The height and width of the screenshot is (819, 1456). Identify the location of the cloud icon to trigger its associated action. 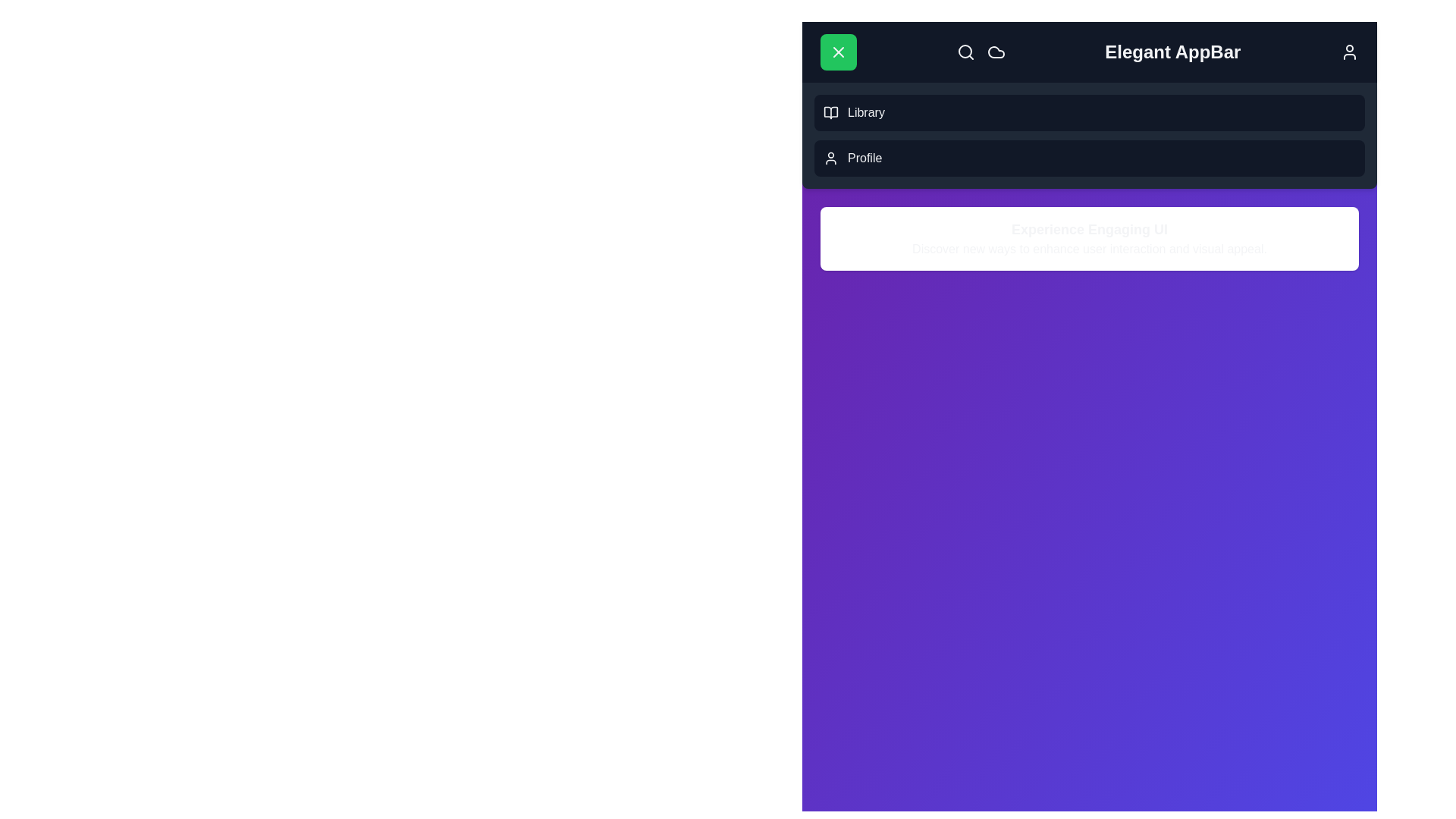
(996, 52).